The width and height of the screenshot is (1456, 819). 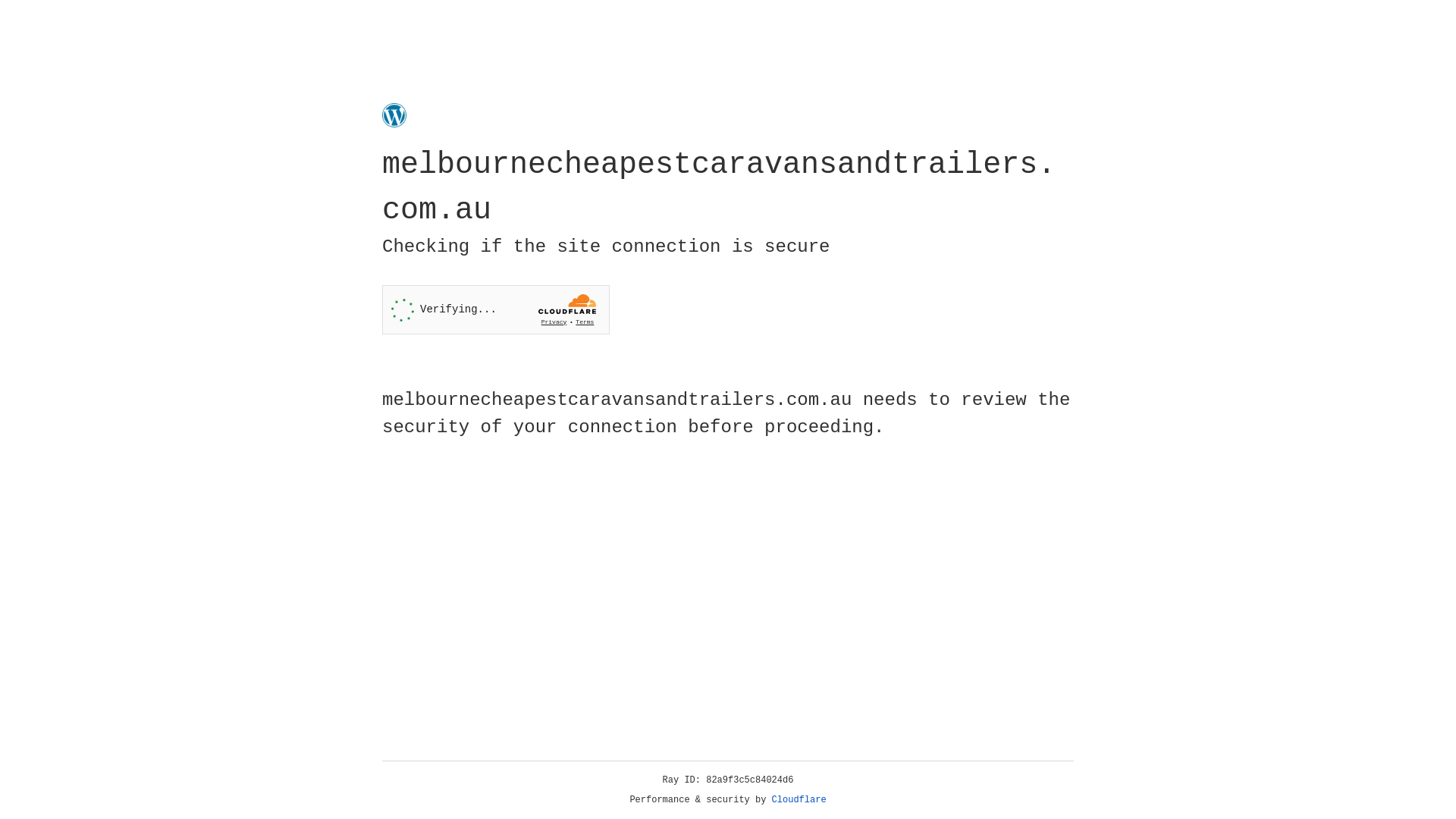 What do you see at coordinates (799, 799) in the screenshot?
I see `'Cloudflare'` at bounding box center [799, 799].